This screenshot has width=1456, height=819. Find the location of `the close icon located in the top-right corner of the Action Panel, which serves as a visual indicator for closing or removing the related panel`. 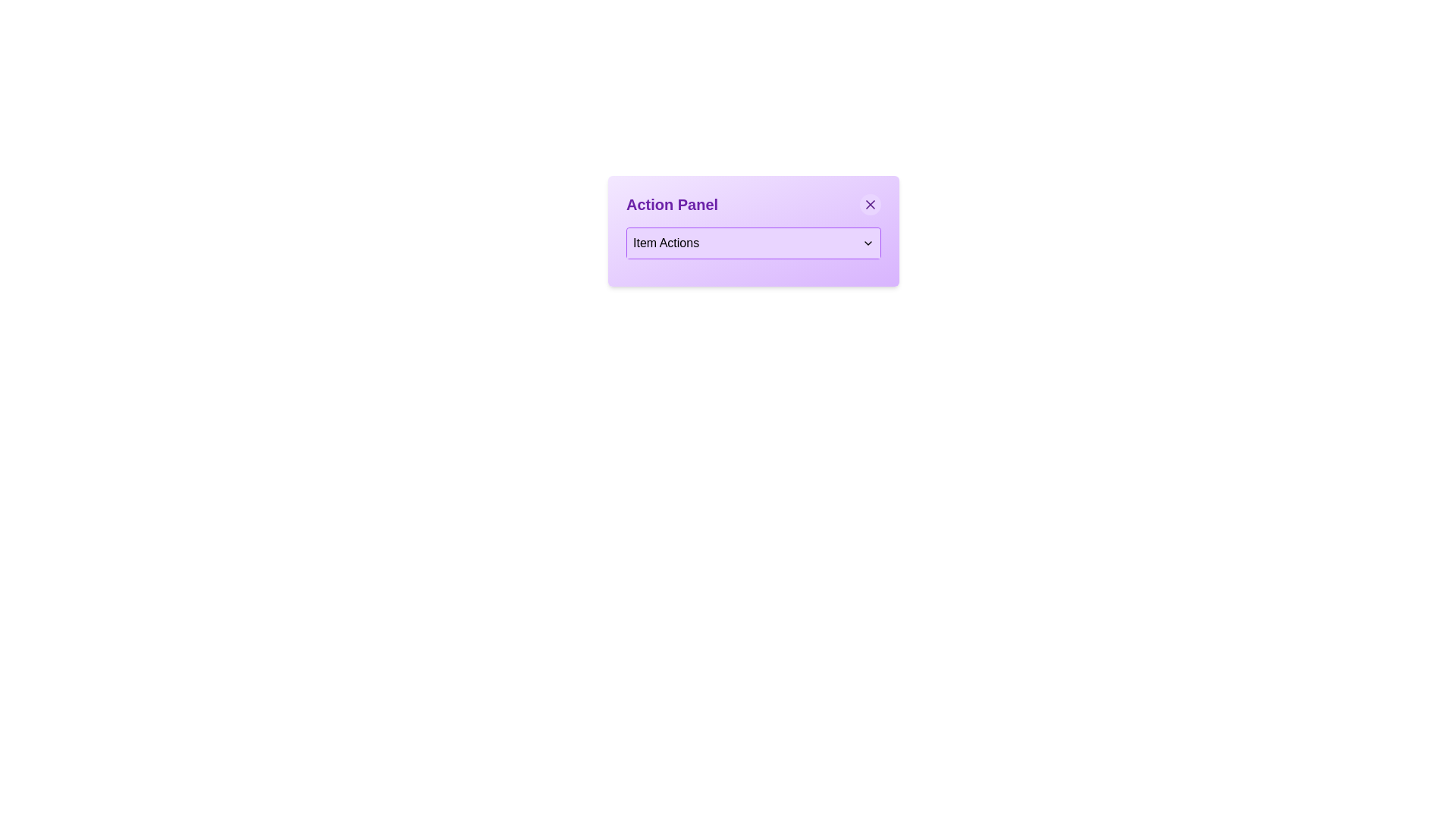

the close icon located in the top-right corner of the Action Panel, which serves as a visual indicator for closing or removing the related panel is located at coordinates (870, 205).